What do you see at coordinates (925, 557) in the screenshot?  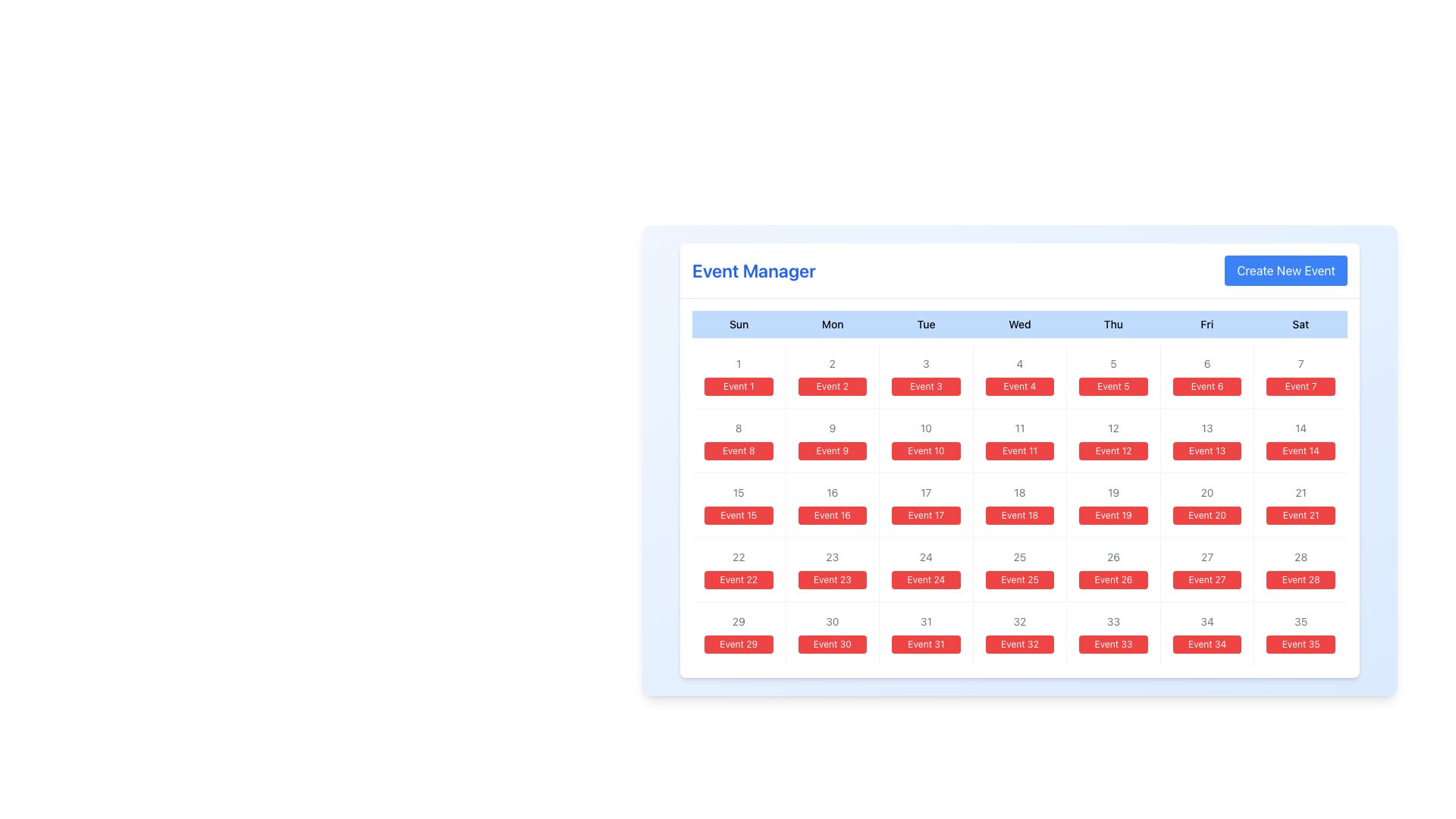 I see `the static text label displaying the date number '24' in the calendar interface, located in the Tuesday column, fourth row, above the 'Event 24' button` at bounding box center [925, 557].